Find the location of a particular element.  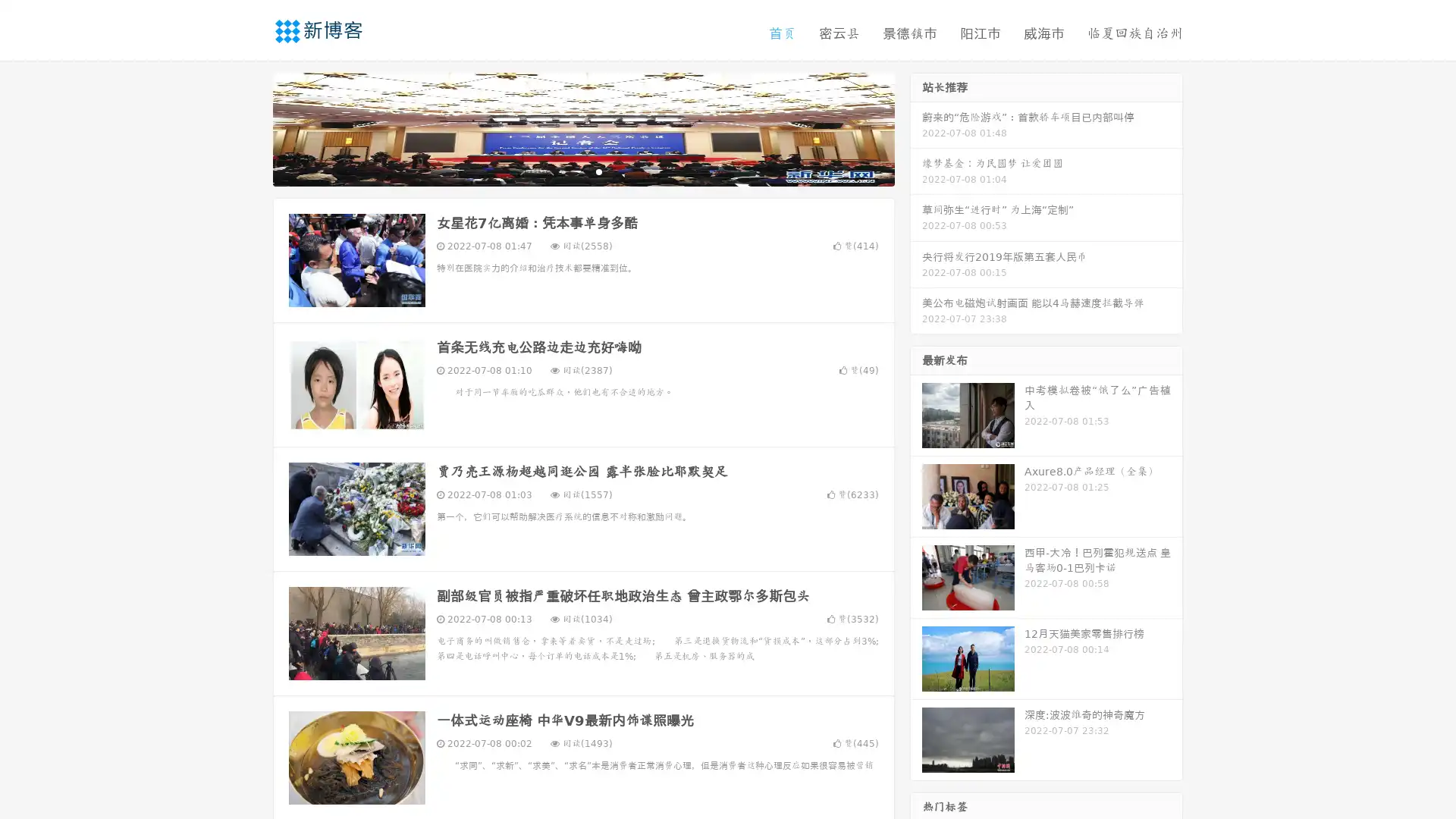

Next slide is located at coordinates (916, 127).